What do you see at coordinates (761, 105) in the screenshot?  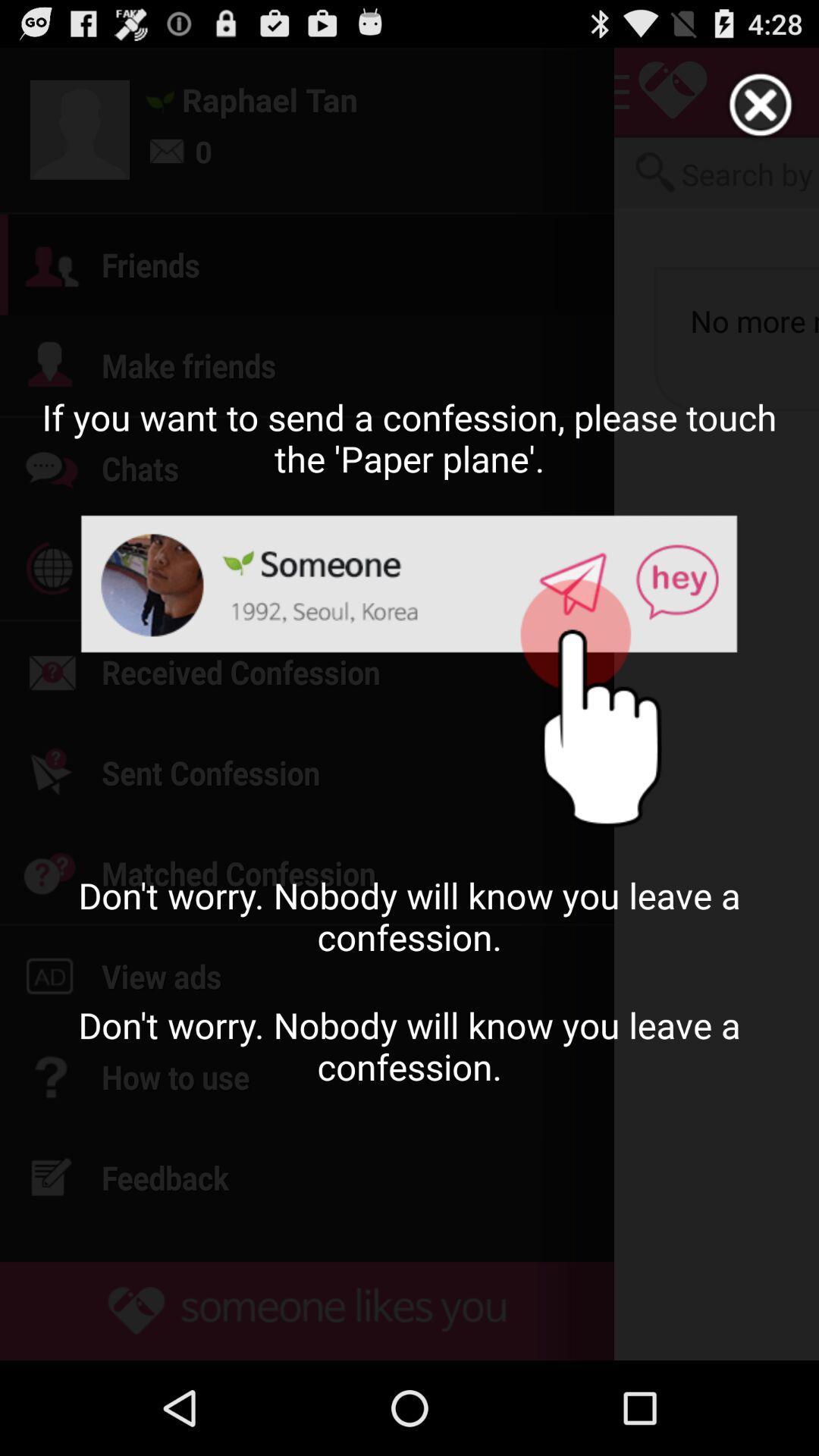 I see `content` at bounding box center [761, 105].